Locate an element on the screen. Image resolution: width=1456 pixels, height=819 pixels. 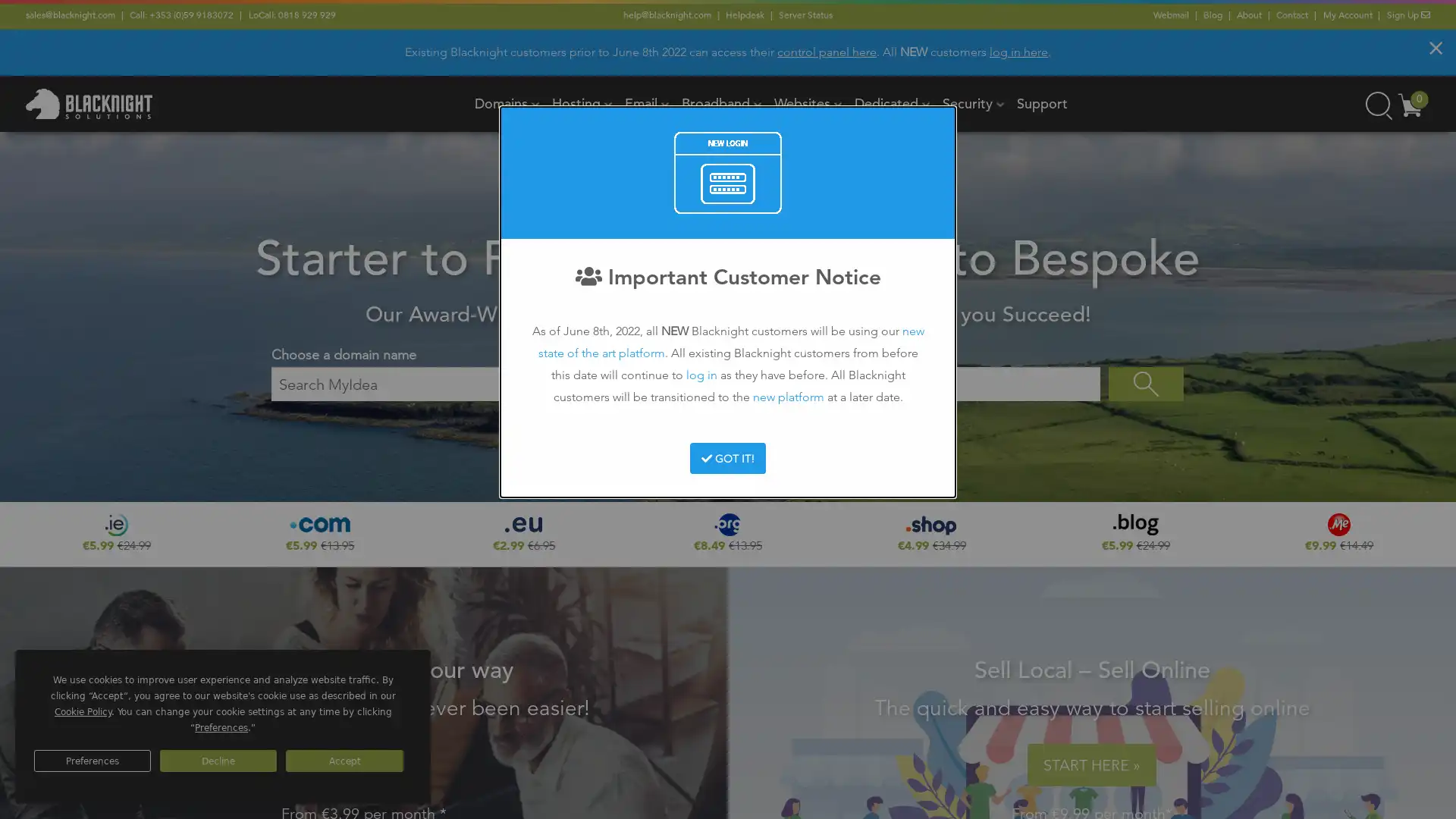
Decline is located at coordinates (218, 761).